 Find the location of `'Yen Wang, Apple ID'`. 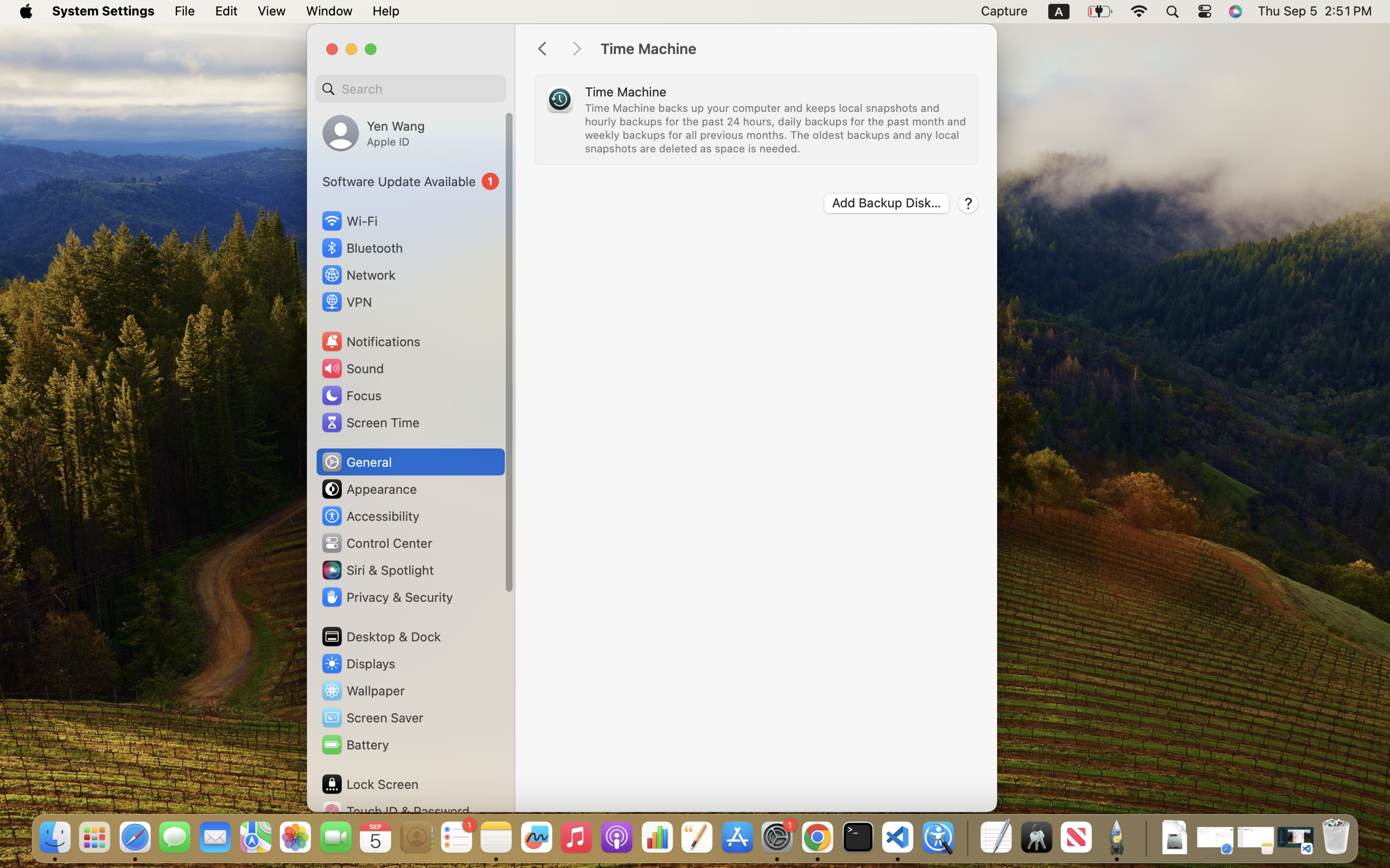

'Yen Wang, Apple ID' is located at coordinates (373, 132).